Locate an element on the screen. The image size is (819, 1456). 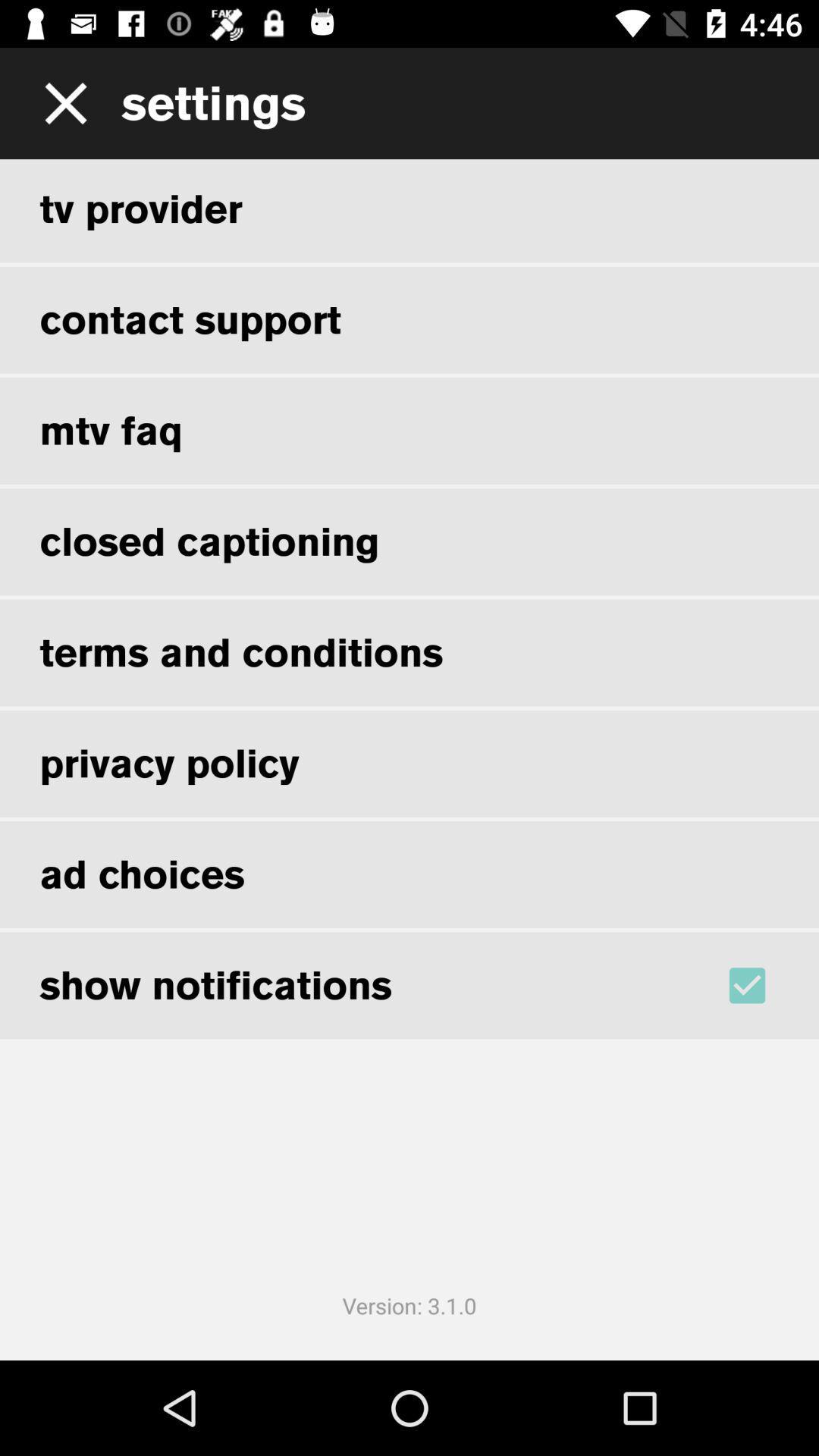
closes out of settings is located at coordinates (60, 102).